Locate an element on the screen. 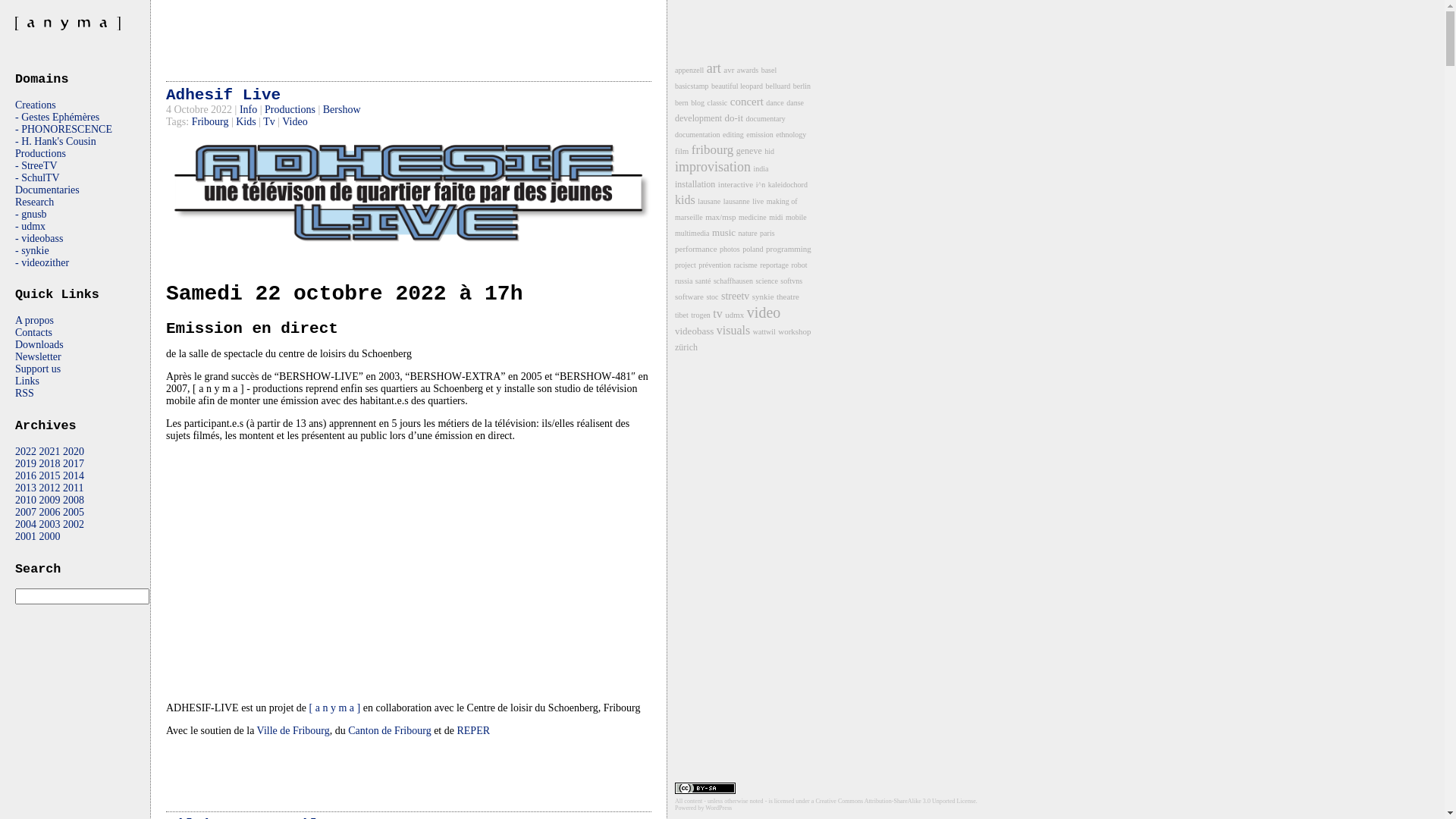 Image resolution: width=1456 pixels, height=819 pixels. 'danse' is located at coordinates (794, 102).